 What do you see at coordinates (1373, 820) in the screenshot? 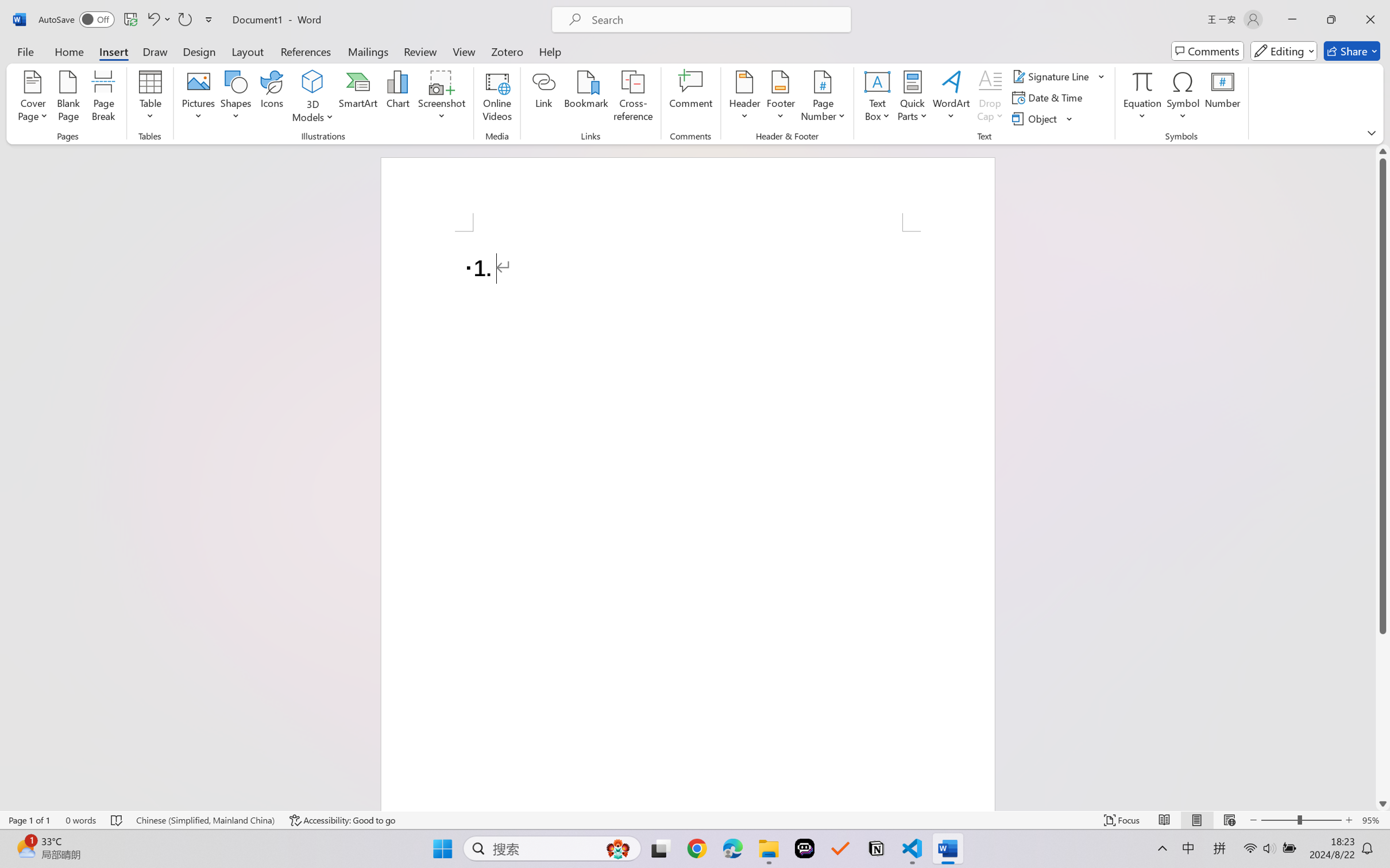
I see `'Zoom 95%'` at bounding box center [1373, 820].